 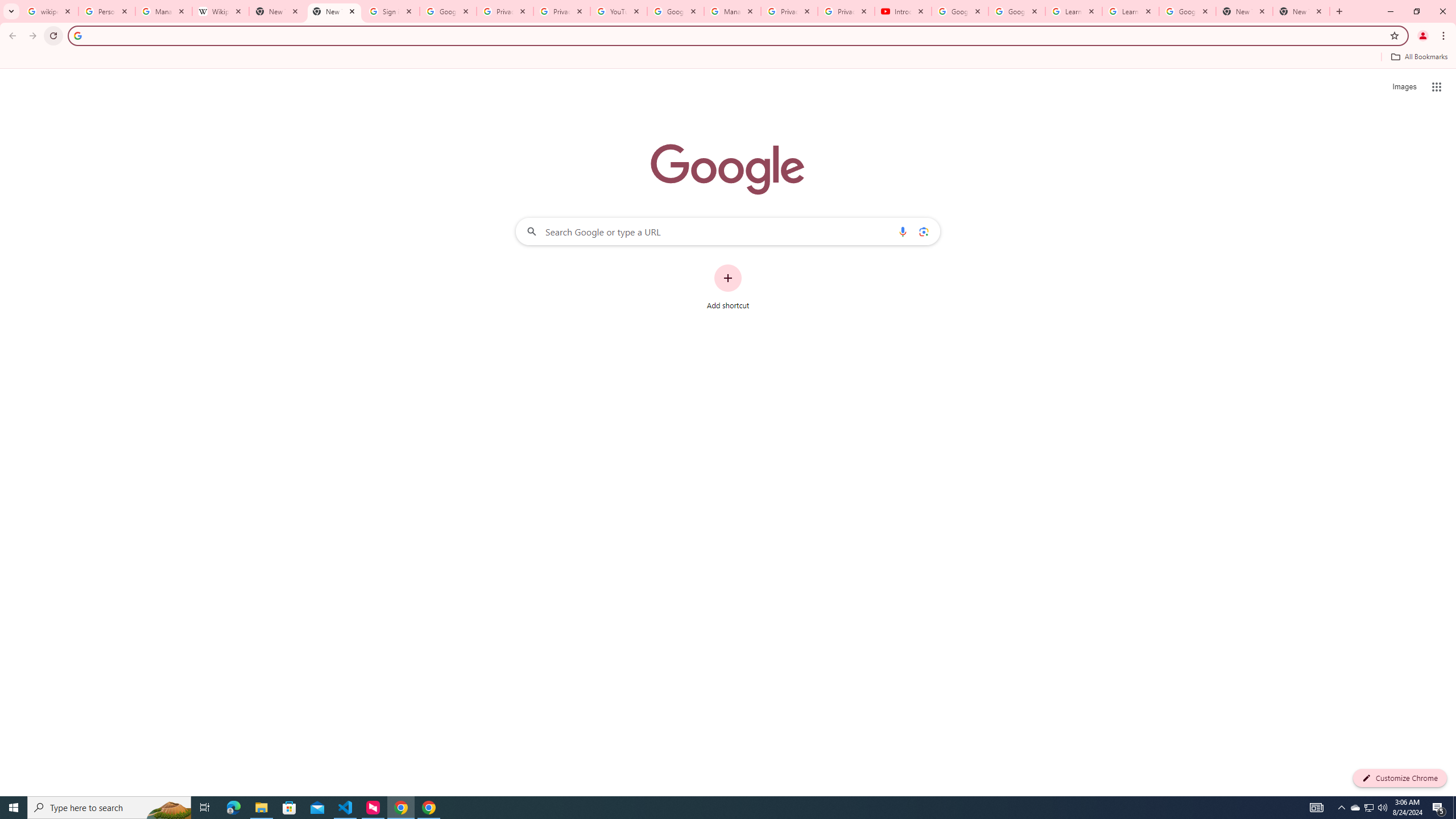 I want to click on 'Manage your Location History - Google Search Help', so click(x=164, y=11).